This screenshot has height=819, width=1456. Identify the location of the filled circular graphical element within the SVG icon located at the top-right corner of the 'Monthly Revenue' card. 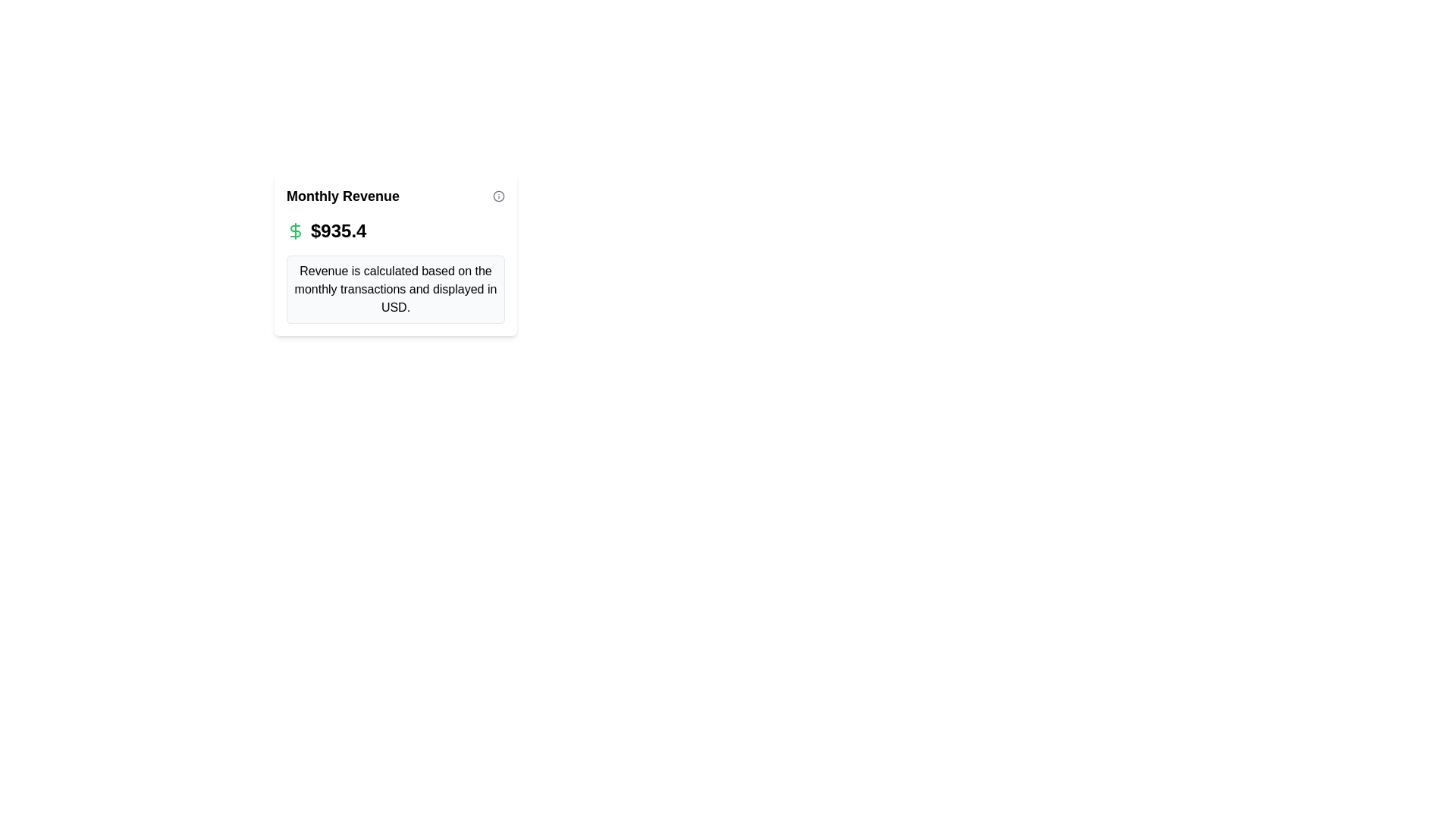
(498, 195).